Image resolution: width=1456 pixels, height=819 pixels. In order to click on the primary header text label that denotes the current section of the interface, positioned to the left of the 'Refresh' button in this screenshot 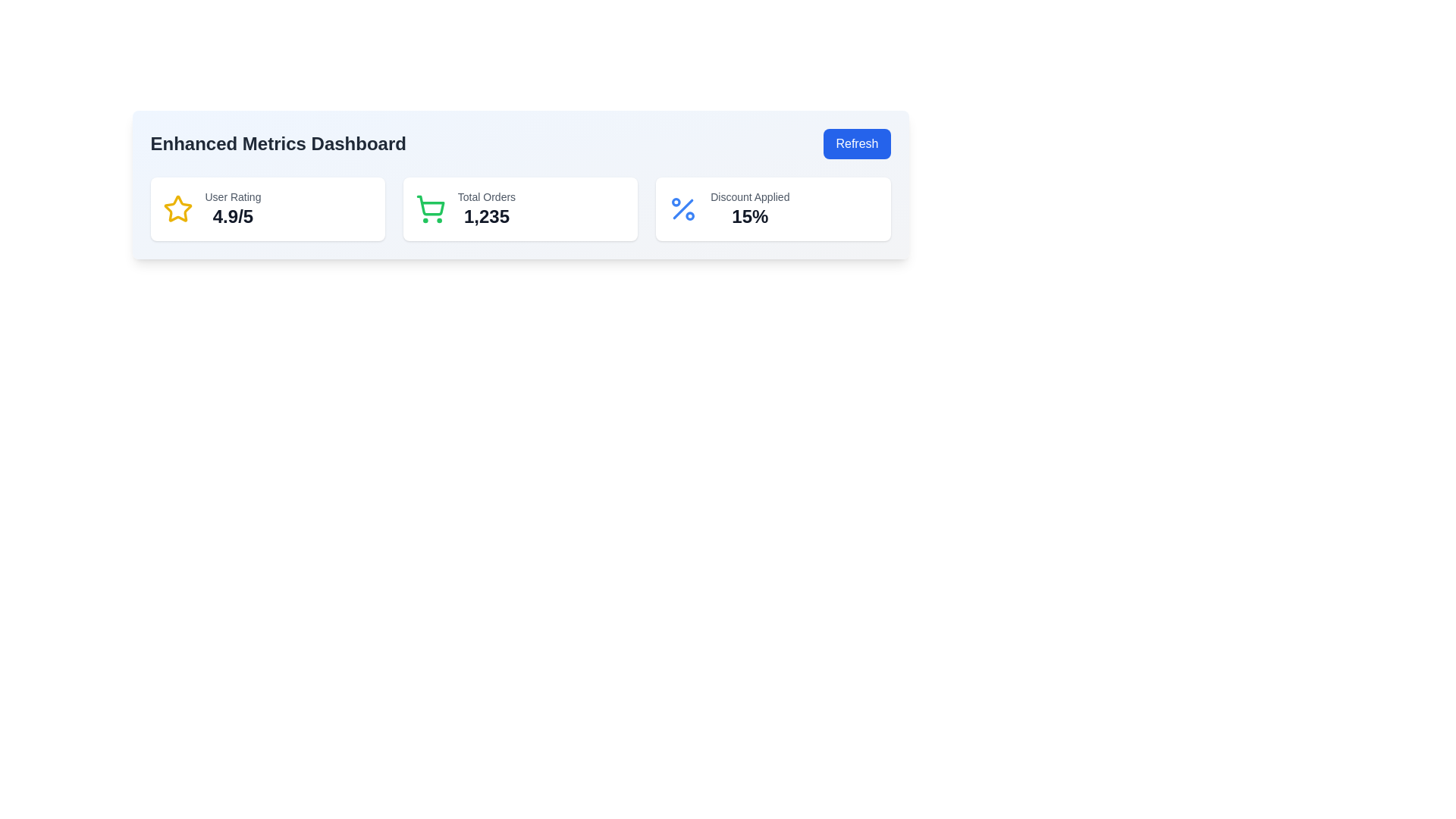, I will do `click(278, 143)`.